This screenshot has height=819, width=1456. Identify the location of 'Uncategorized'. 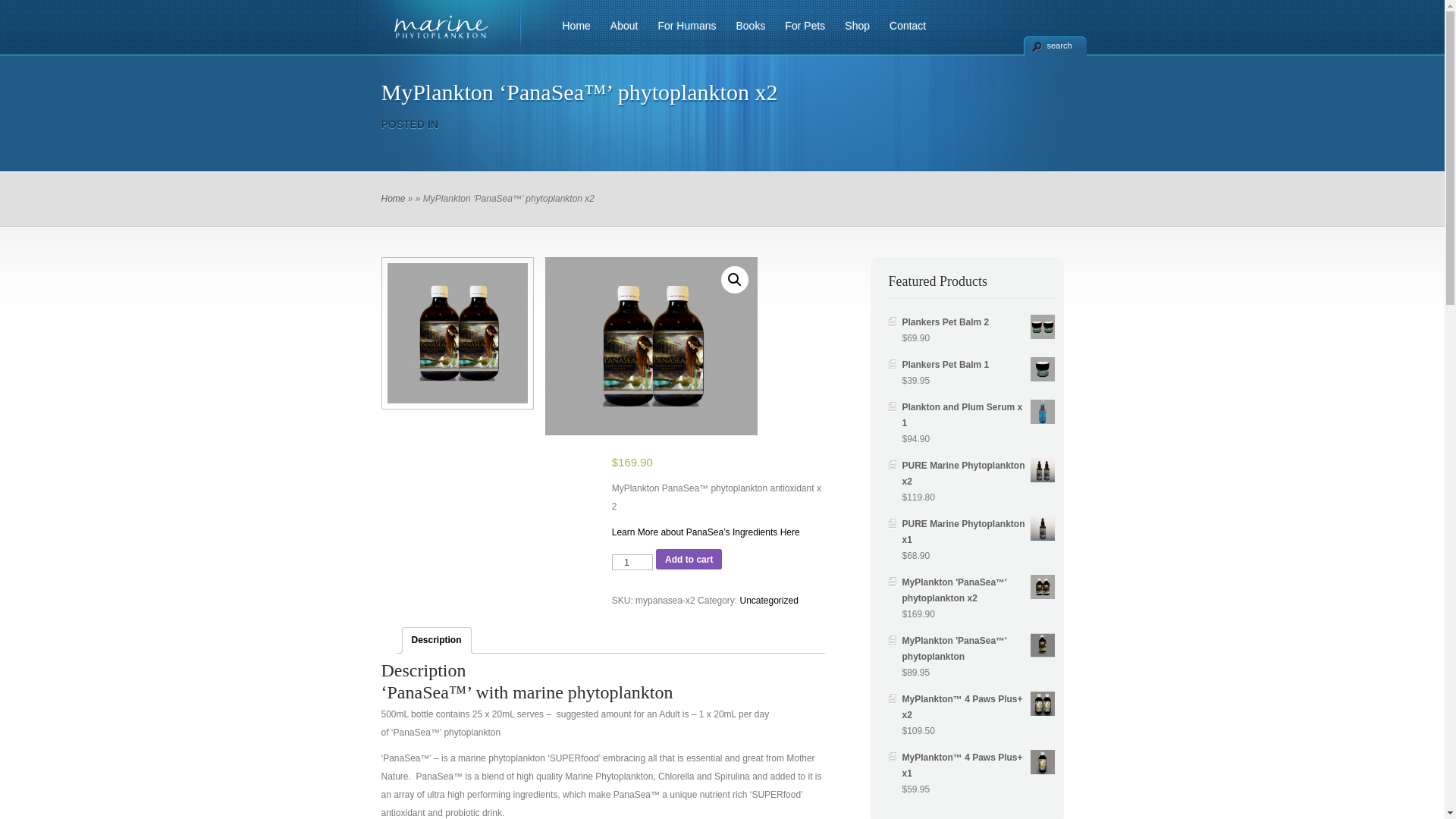
(768, 599).